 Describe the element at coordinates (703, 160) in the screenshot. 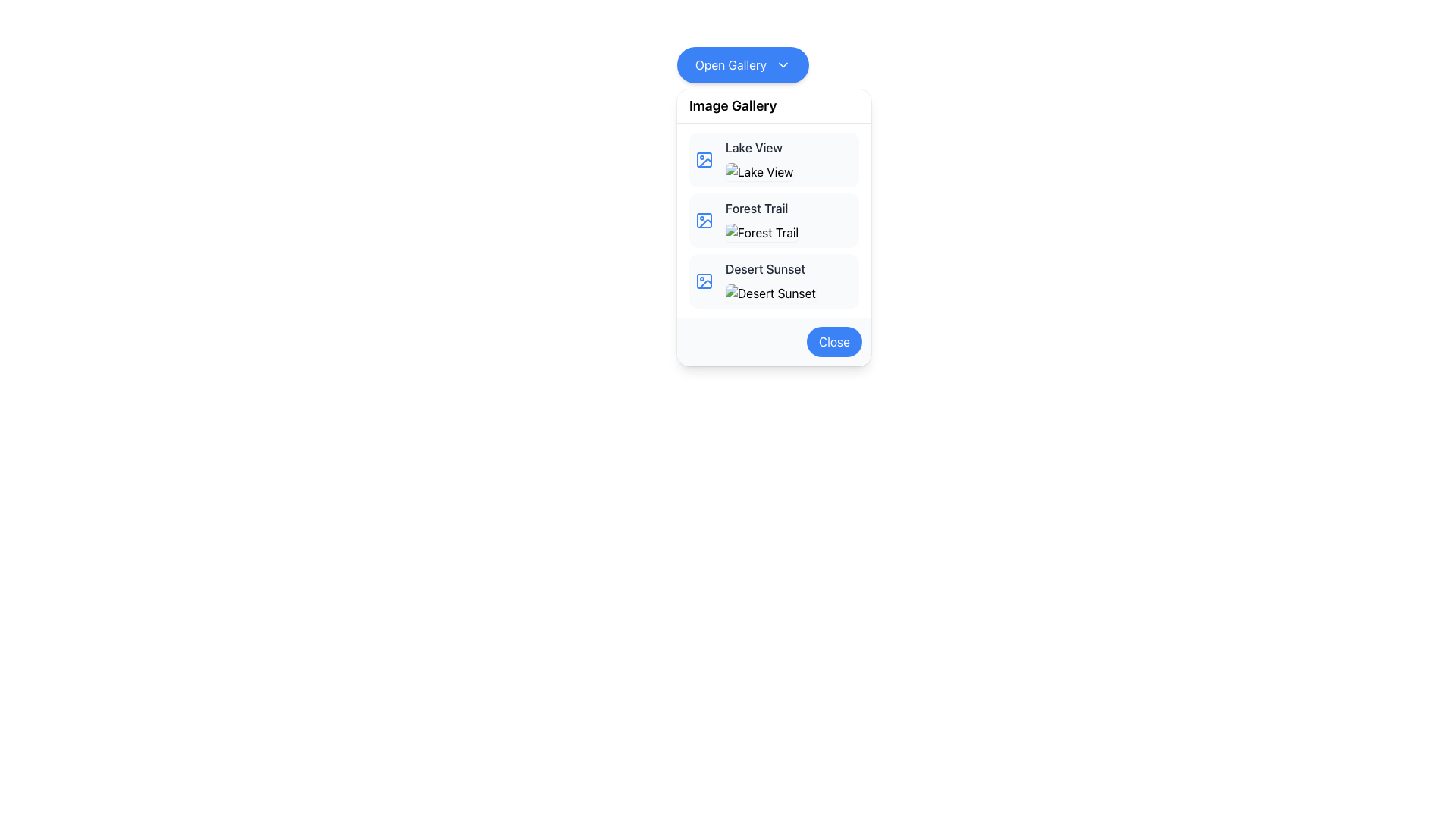

I see `the blue picture frame icon located in the topmost row of the 'Image Gallery' menu next to the text 'Lake View'` at that location.